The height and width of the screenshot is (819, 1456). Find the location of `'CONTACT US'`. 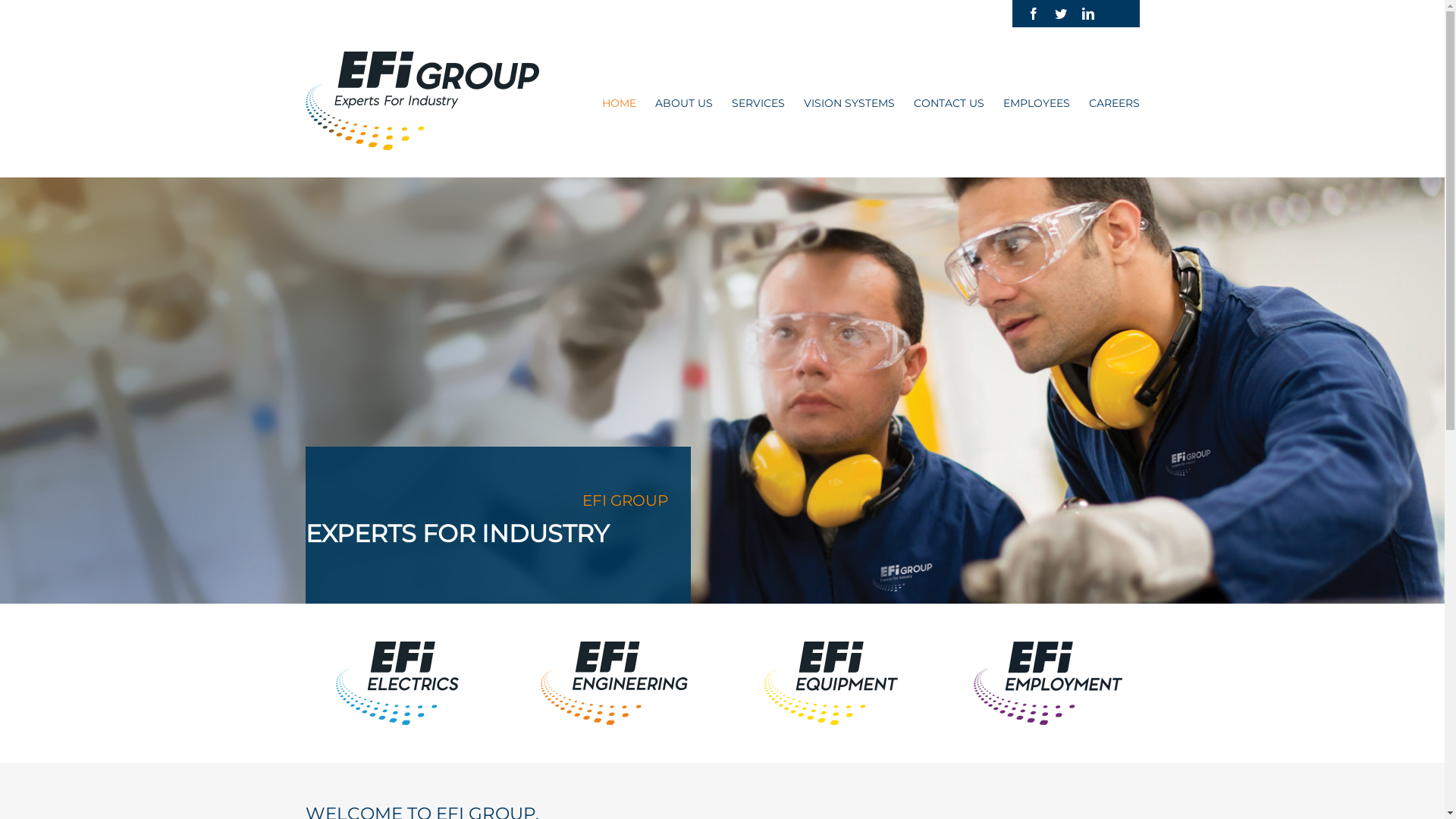

'CONTACT US' is located at coordinates (947, 102).